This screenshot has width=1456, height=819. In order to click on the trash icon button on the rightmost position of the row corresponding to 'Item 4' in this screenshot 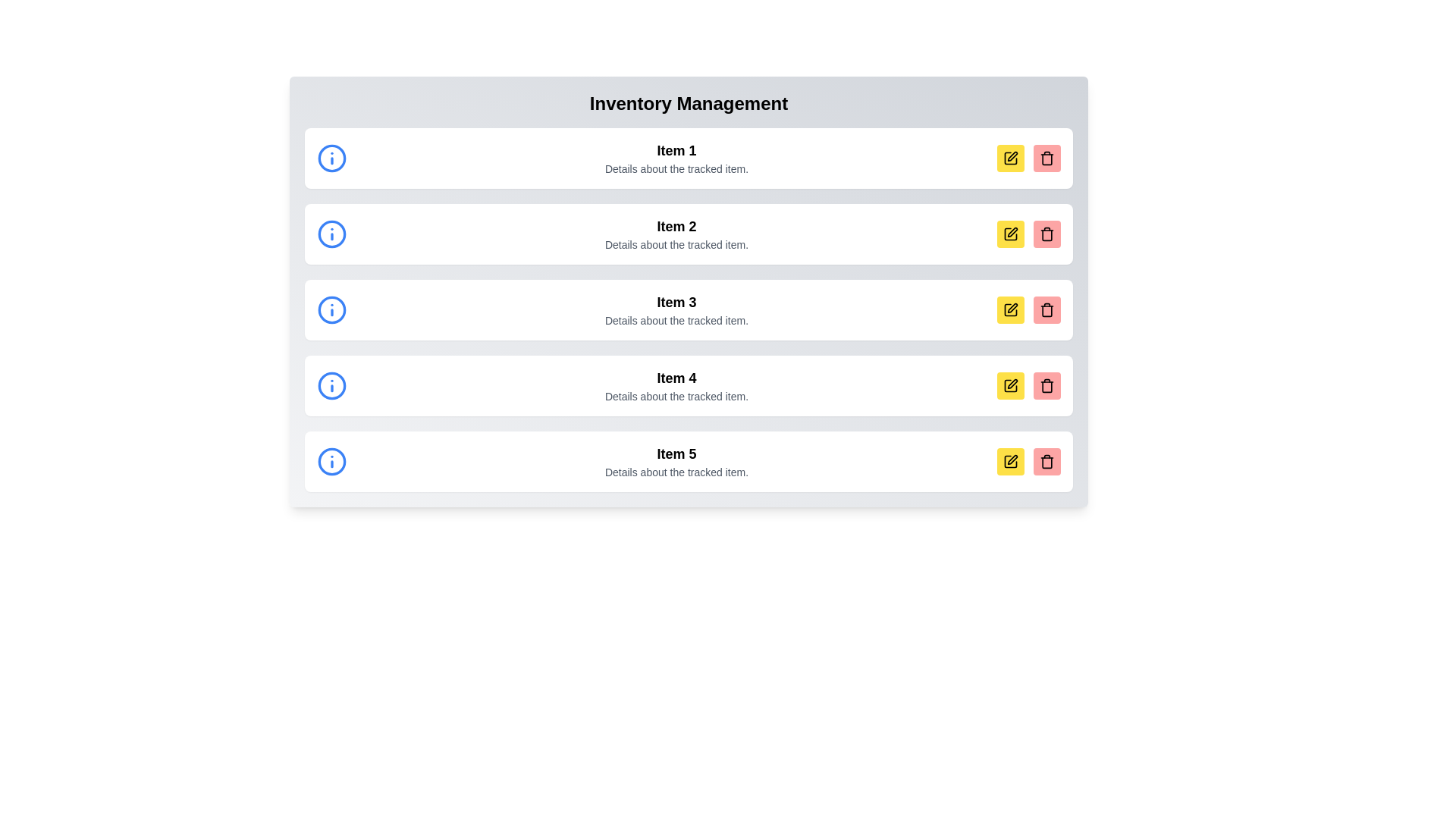, I will do `click(1046, 385)`.